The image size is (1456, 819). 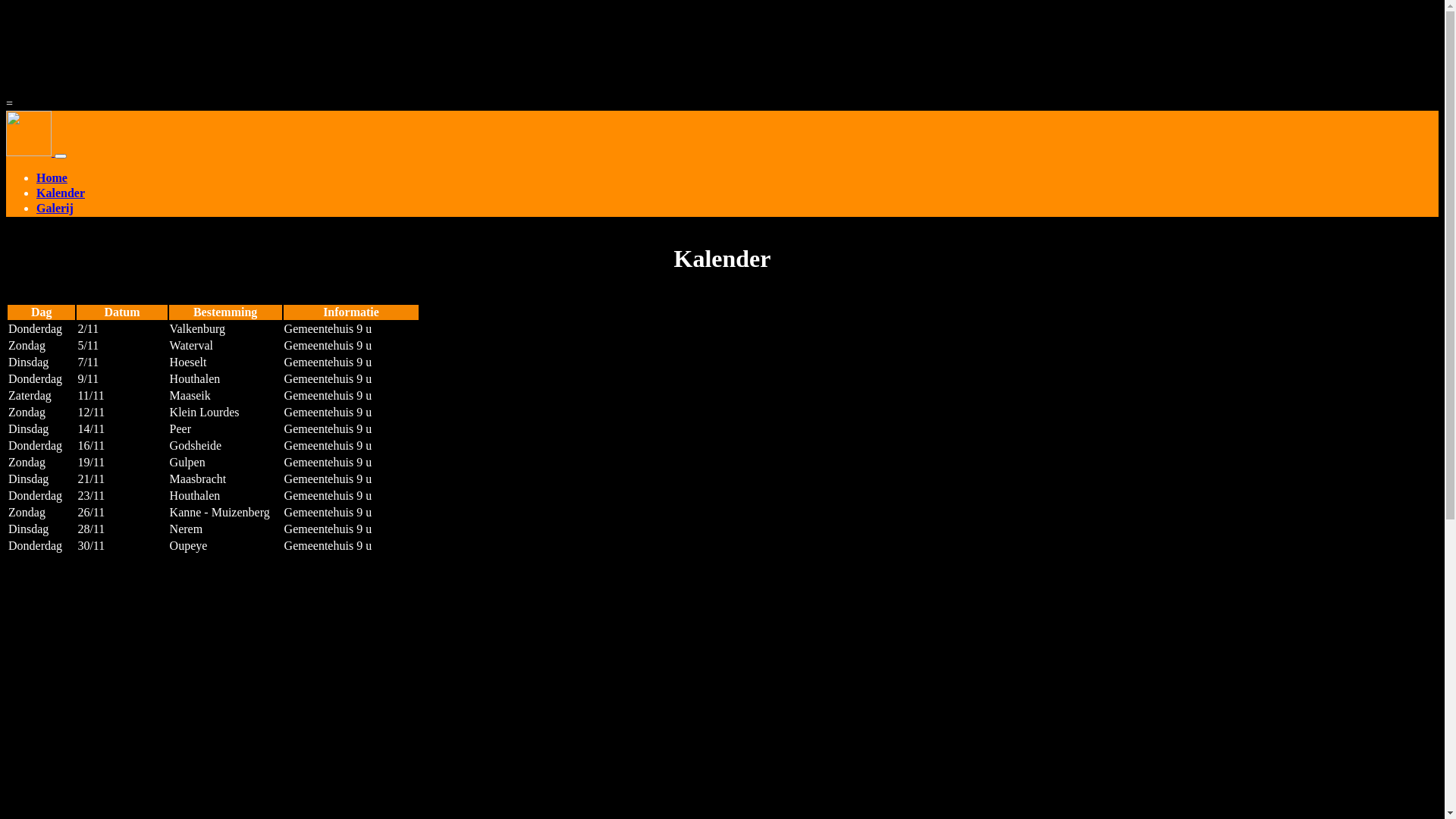 I want to click on 'Galerij', so click(x=737, y=209).